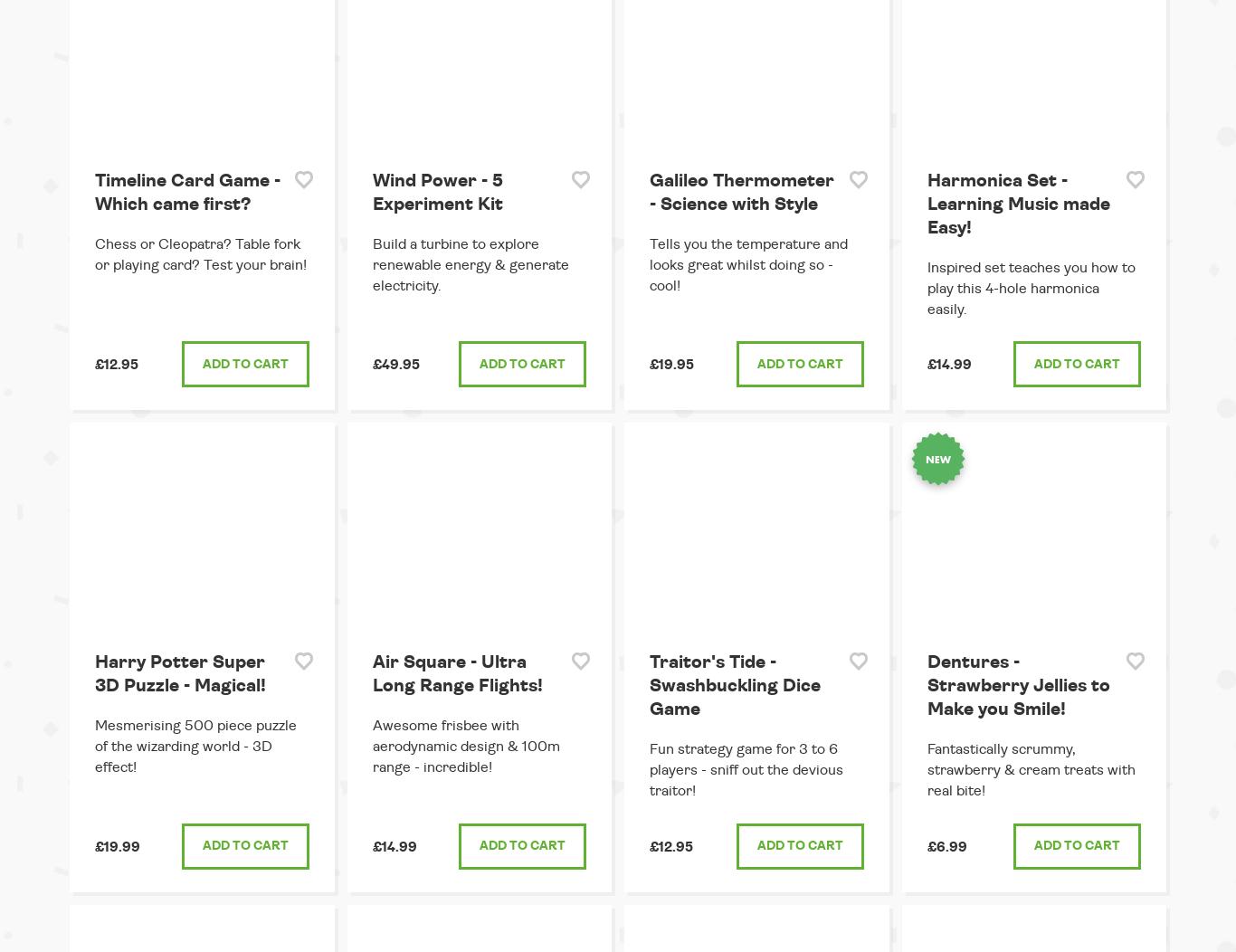  What do you see at coordinates (195, 746) in the screenshot?
I see `'Mesmerising 500 piece puzzle of the wizarding world - 3D effect!'` at bounding box center [195, 746].